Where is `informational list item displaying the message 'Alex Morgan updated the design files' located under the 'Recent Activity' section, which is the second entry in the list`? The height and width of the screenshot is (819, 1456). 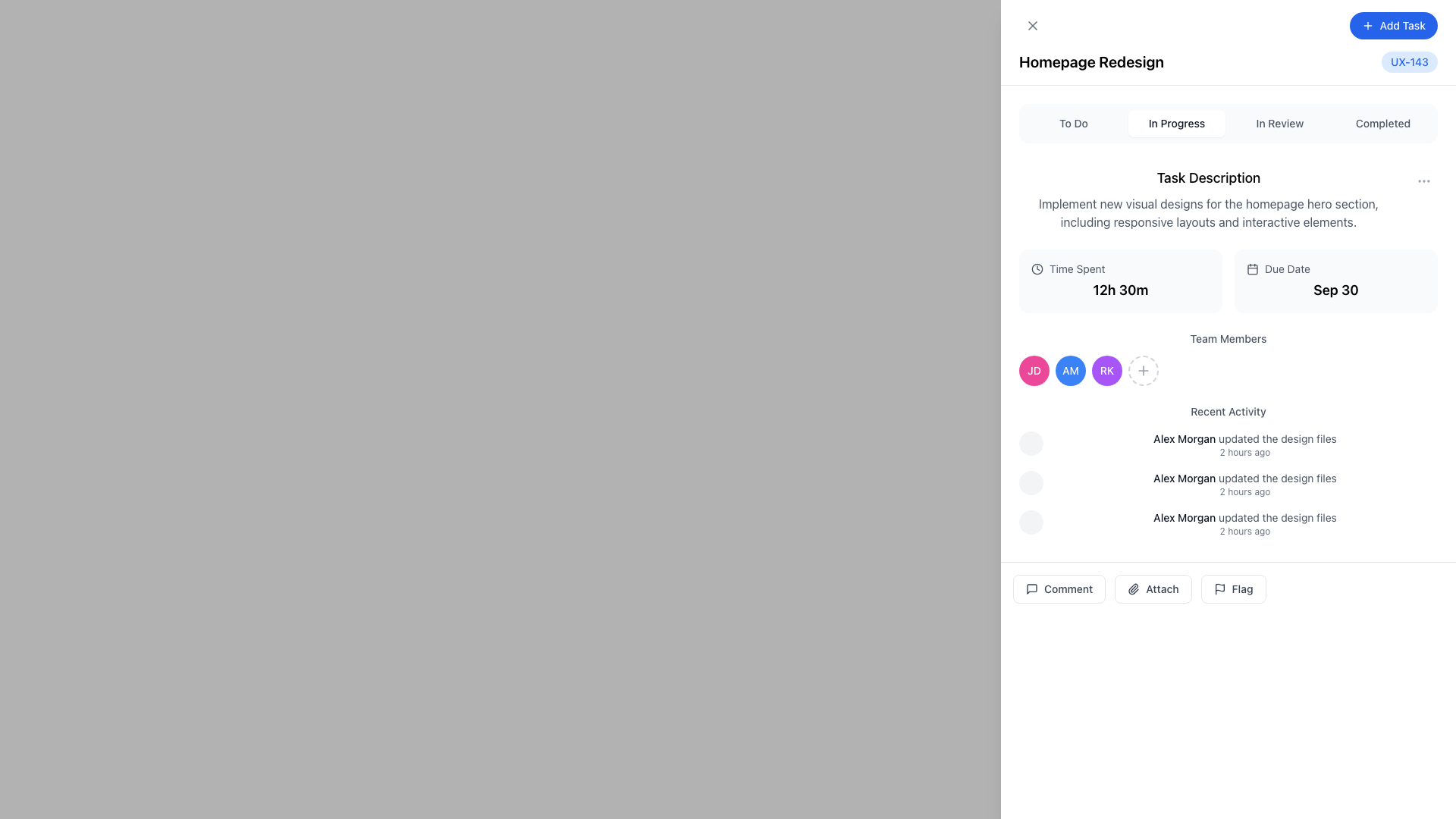
informational list item displaying the message 'Alex Morgan updated the design files' located under the 'Recent Activity' section, which is the second entry in the list is located at coordinates (1244, 485).